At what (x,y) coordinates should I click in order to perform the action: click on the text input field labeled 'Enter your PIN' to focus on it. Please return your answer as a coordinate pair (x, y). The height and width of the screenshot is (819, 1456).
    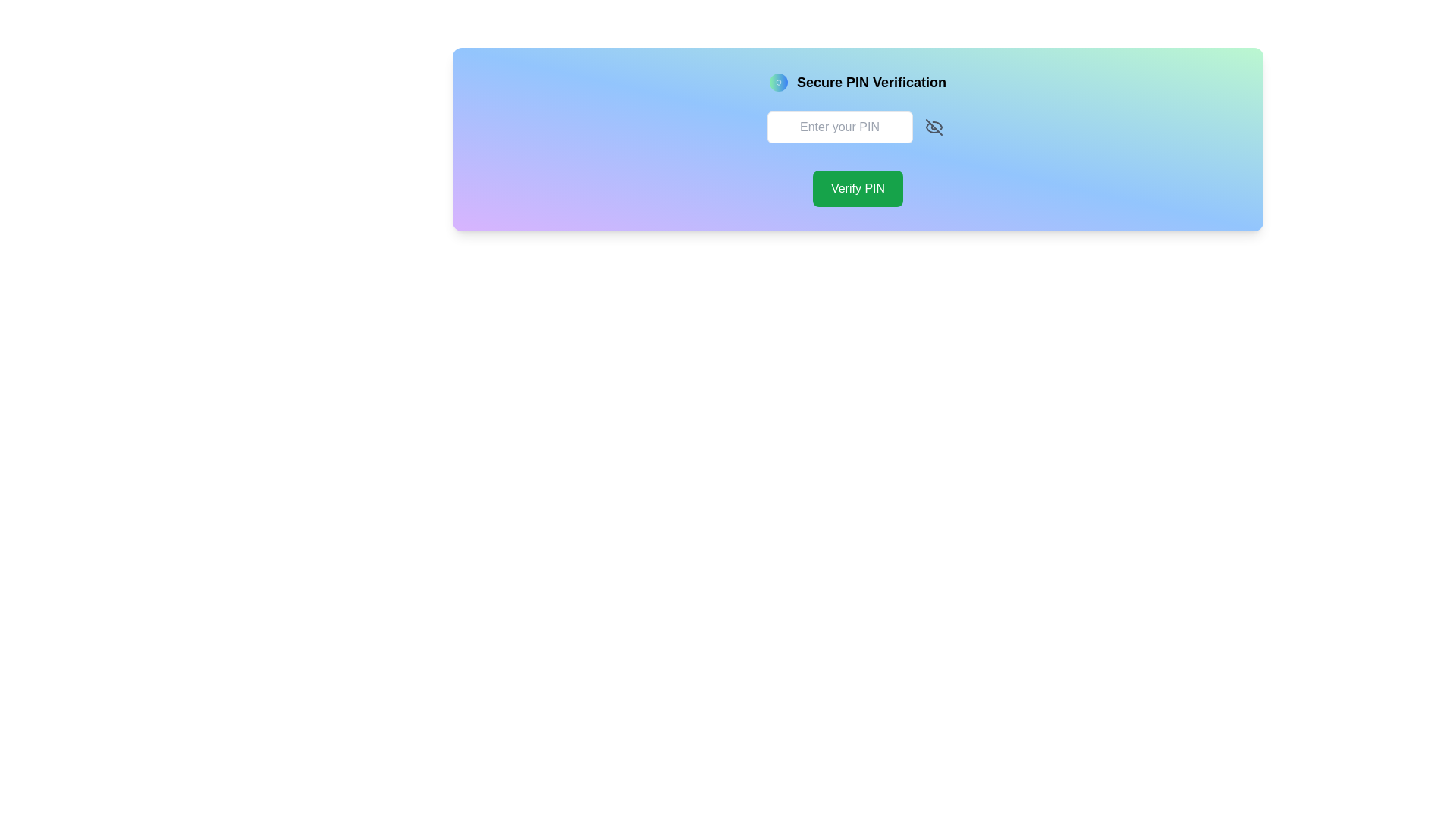
    Looking at the image, I should click on (839, 127).